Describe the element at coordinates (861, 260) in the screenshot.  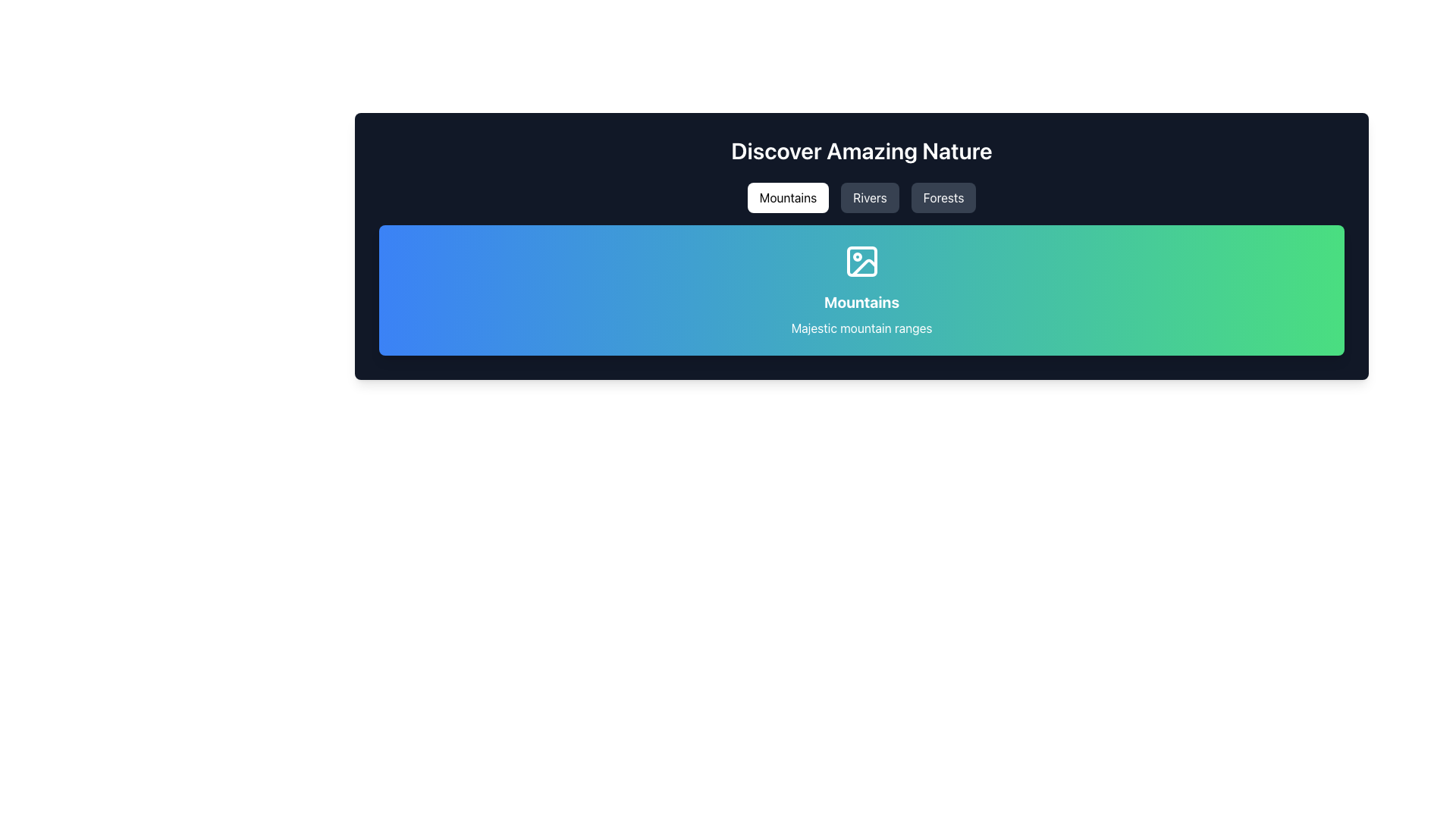
I see `the top-left graphical component of the SVG icon that visually represents an image above the text 'Mountains' in the interface` at that location.